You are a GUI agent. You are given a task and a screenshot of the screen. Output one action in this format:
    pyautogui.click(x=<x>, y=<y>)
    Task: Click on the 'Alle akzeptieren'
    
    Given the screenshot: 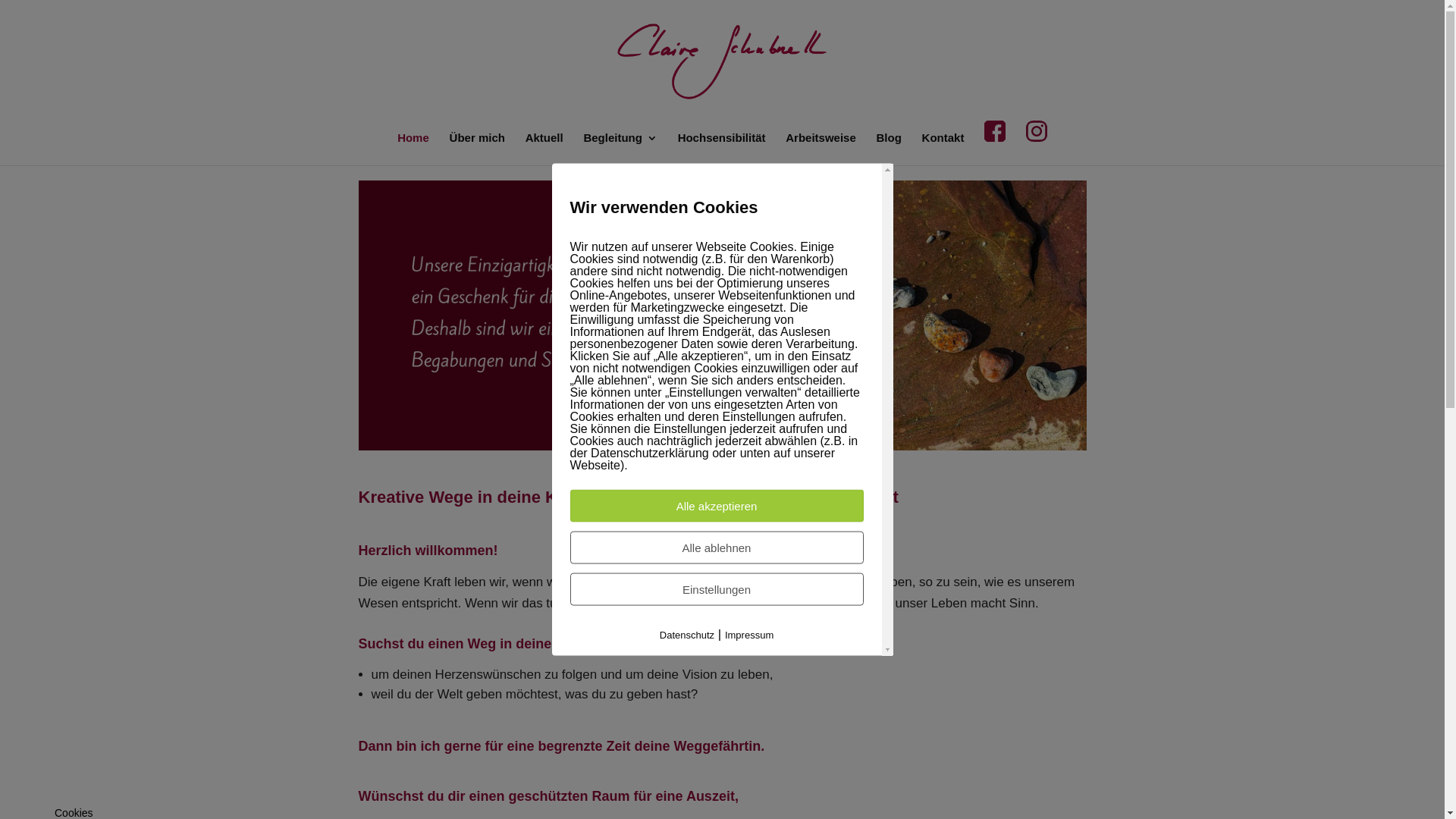 What is the action you would take?
    pyautogui.click(x=716, y=506)
    